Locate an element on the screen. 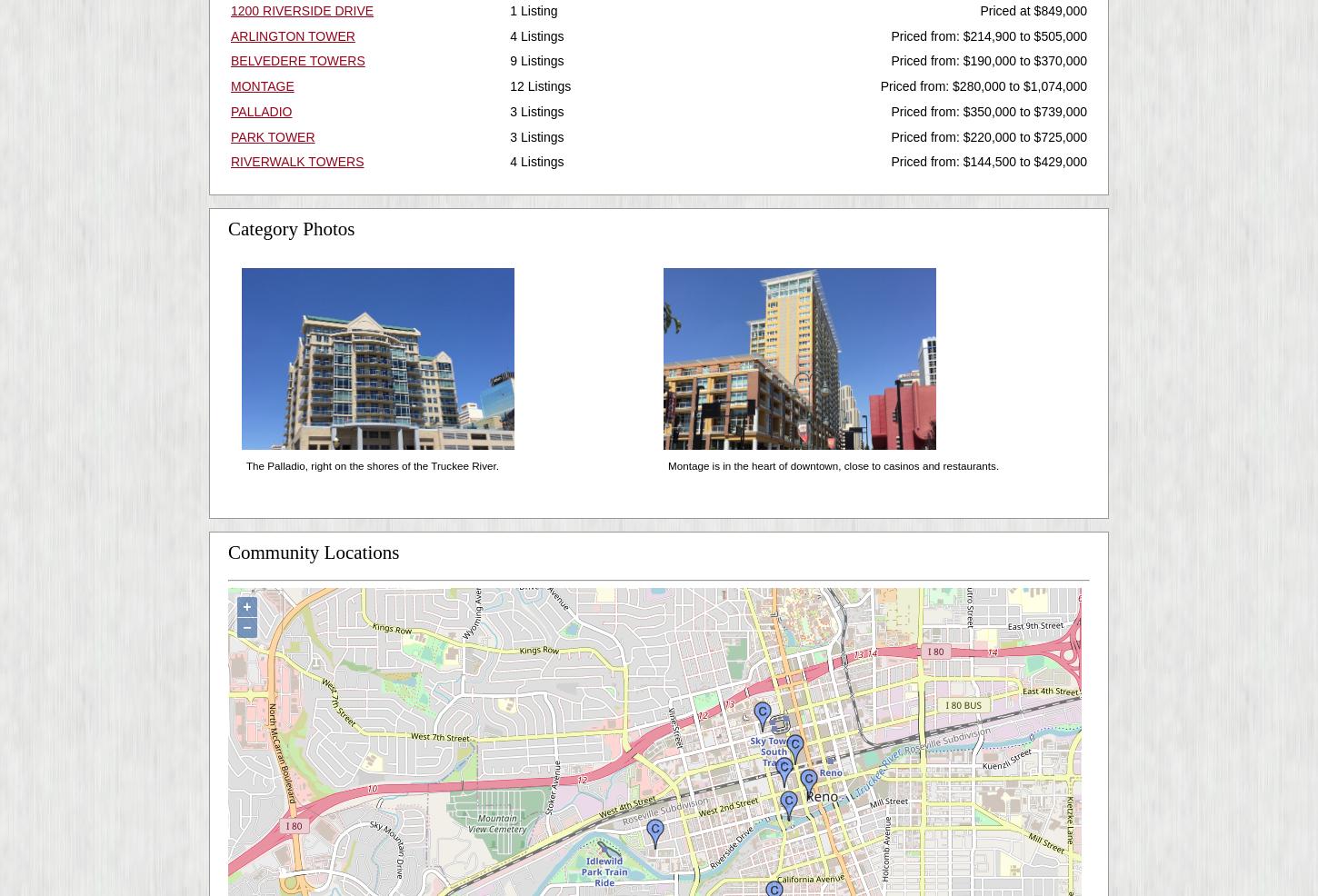  'Community Locations' is located at coordinates (313, 552).